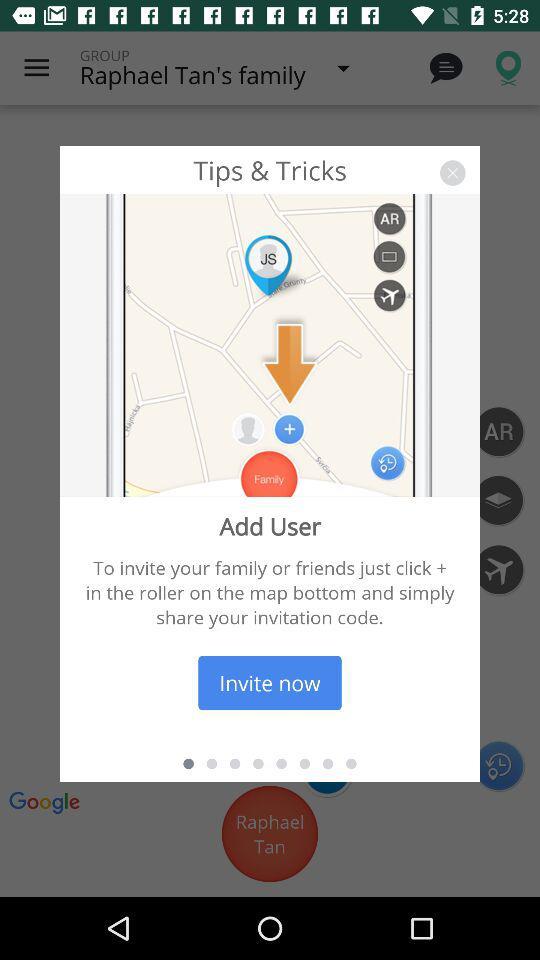  What do you see at coordinates (452, 172) in the screenshot?
I see `the item at the top right corner` at bounding box center [452, 172].